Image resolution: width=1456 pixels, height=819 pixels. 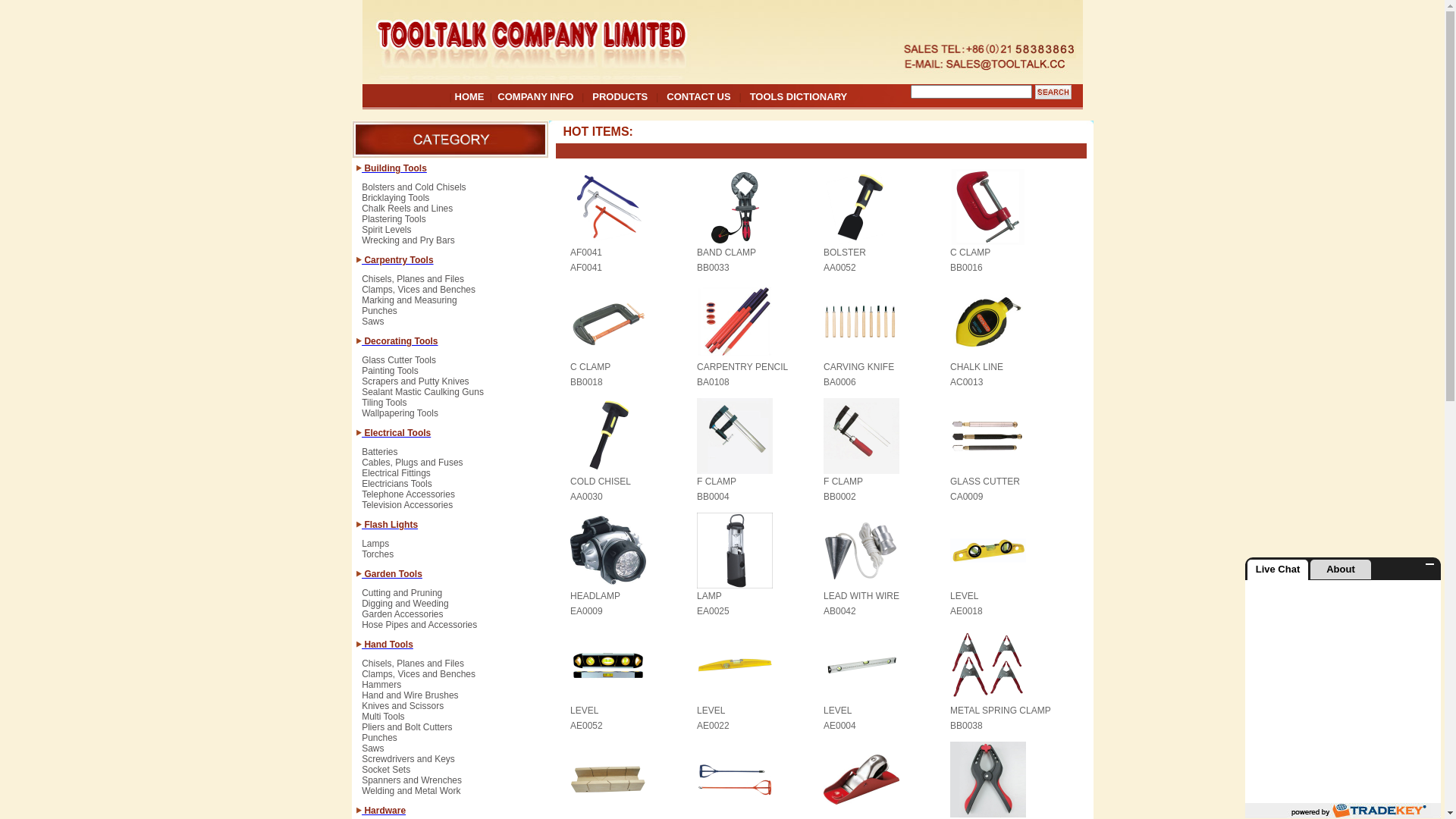 What do you see at coordinates (389, 523) in the screenshot?
I see `'Flash Lights'` at bounding box center [389, 523].